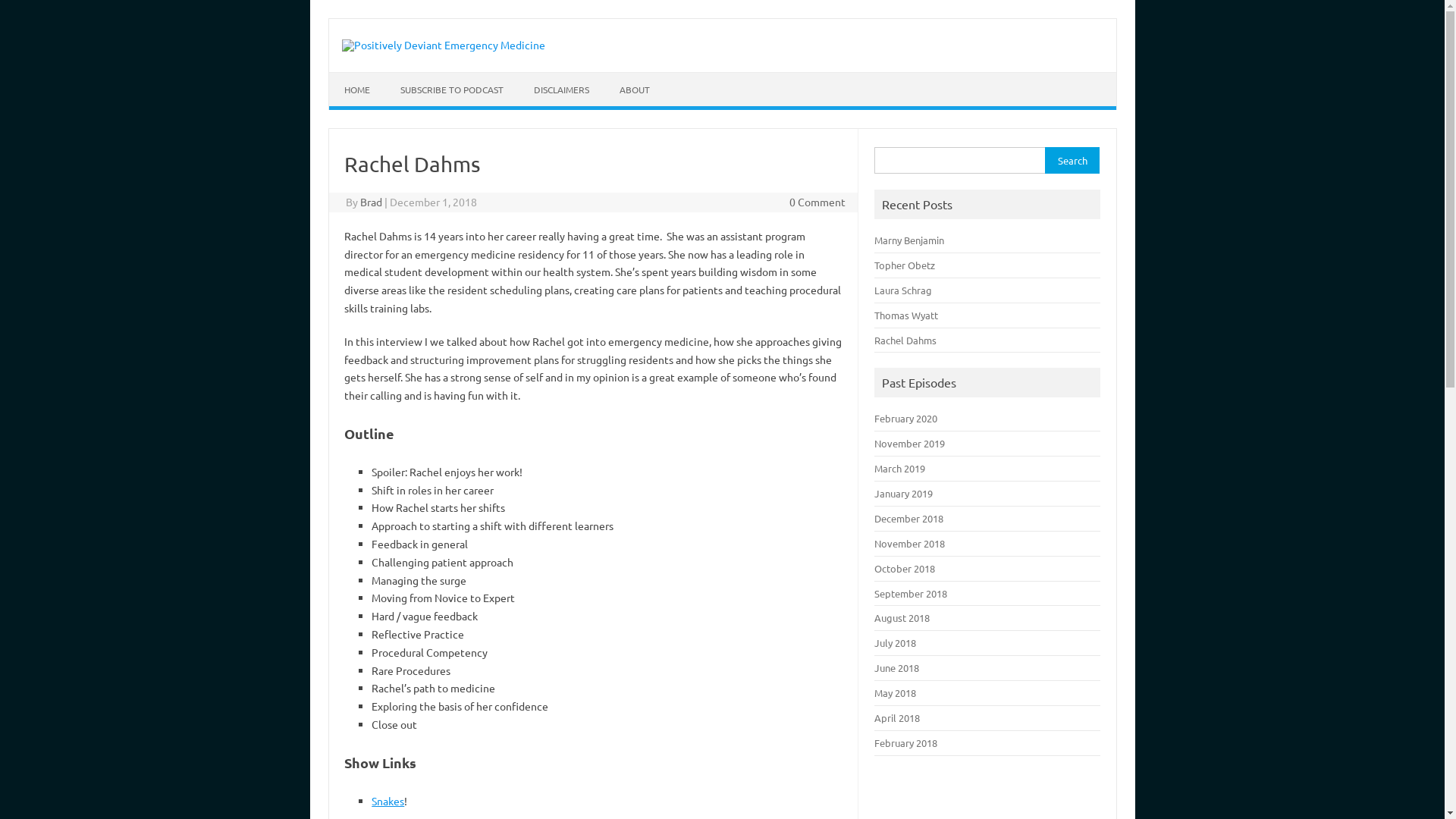  Describe the element at coordinates (902, 290) in the screenshot. I see `'Laura Schrag'` at that location.